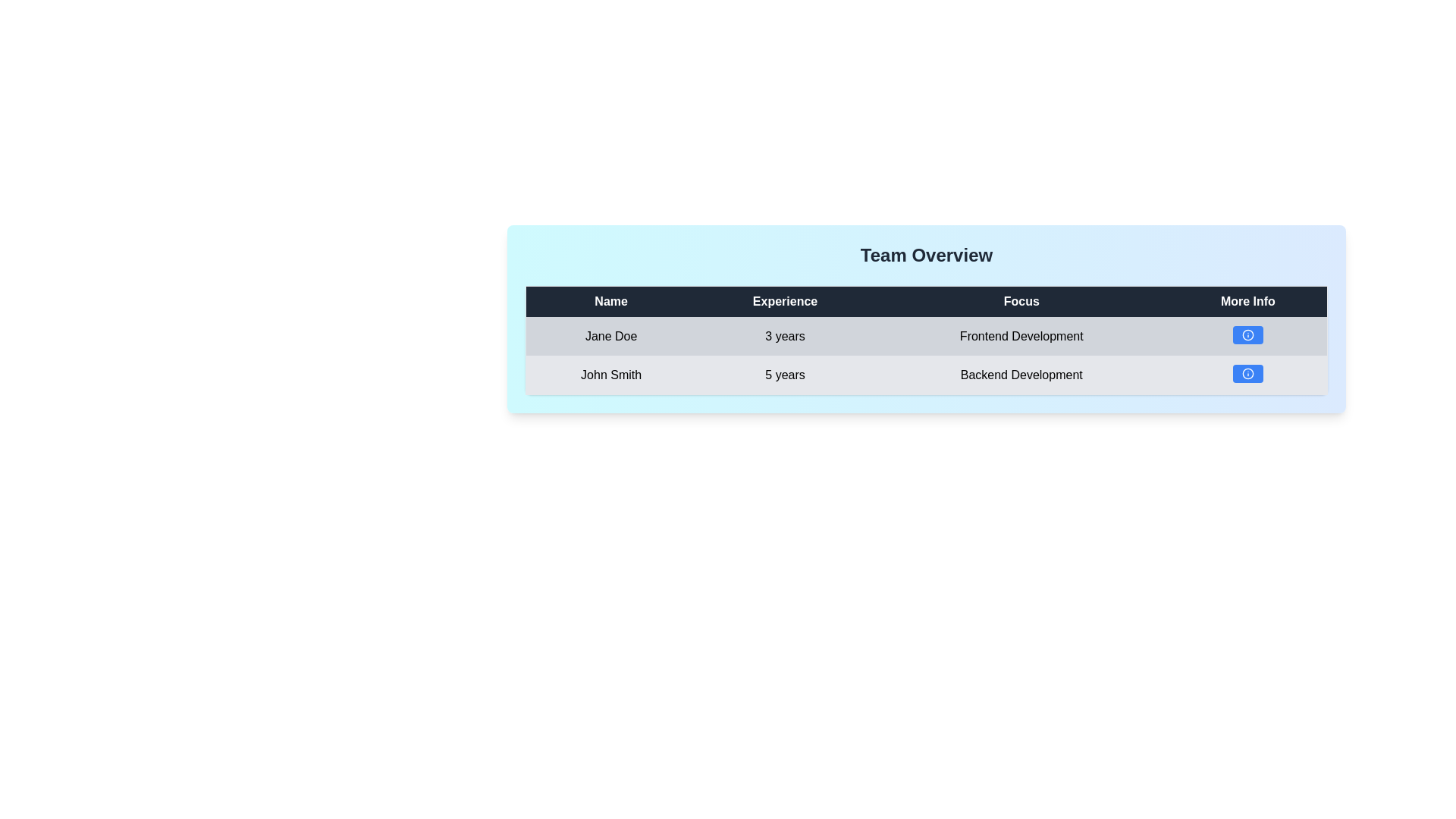 The image size is (1456, 819). Describe the element at coordinates (1247, 374) in the screenshot. I see `the circular button with an embedded information icon located in the 'More Info' column of the table corresponding to the 'John Smith' row` at that location.